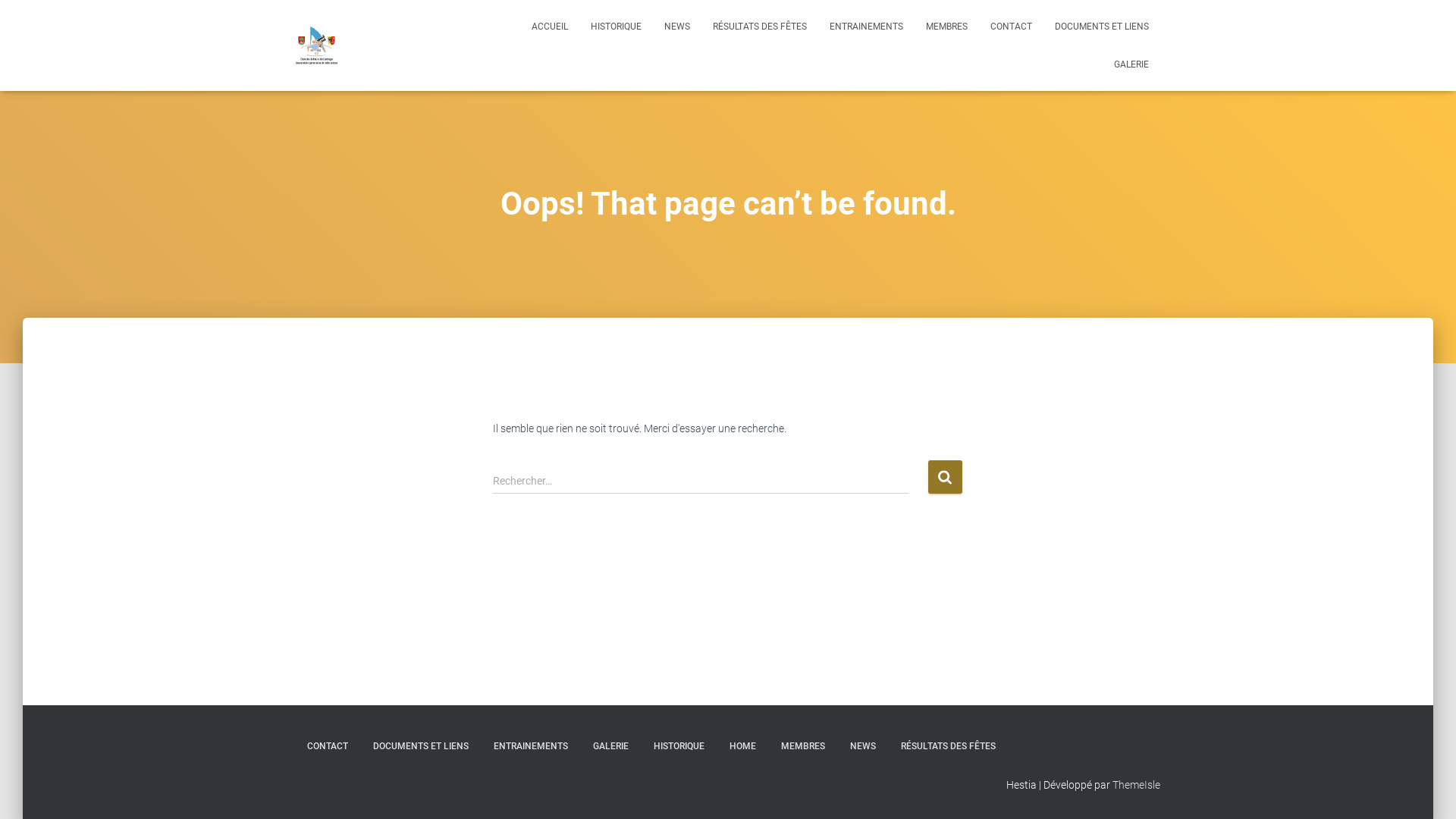  What do you see at coordinates (1011, 26) in the screenshot?
I see `'CONTACT'` at bounding box center [1011, 26].